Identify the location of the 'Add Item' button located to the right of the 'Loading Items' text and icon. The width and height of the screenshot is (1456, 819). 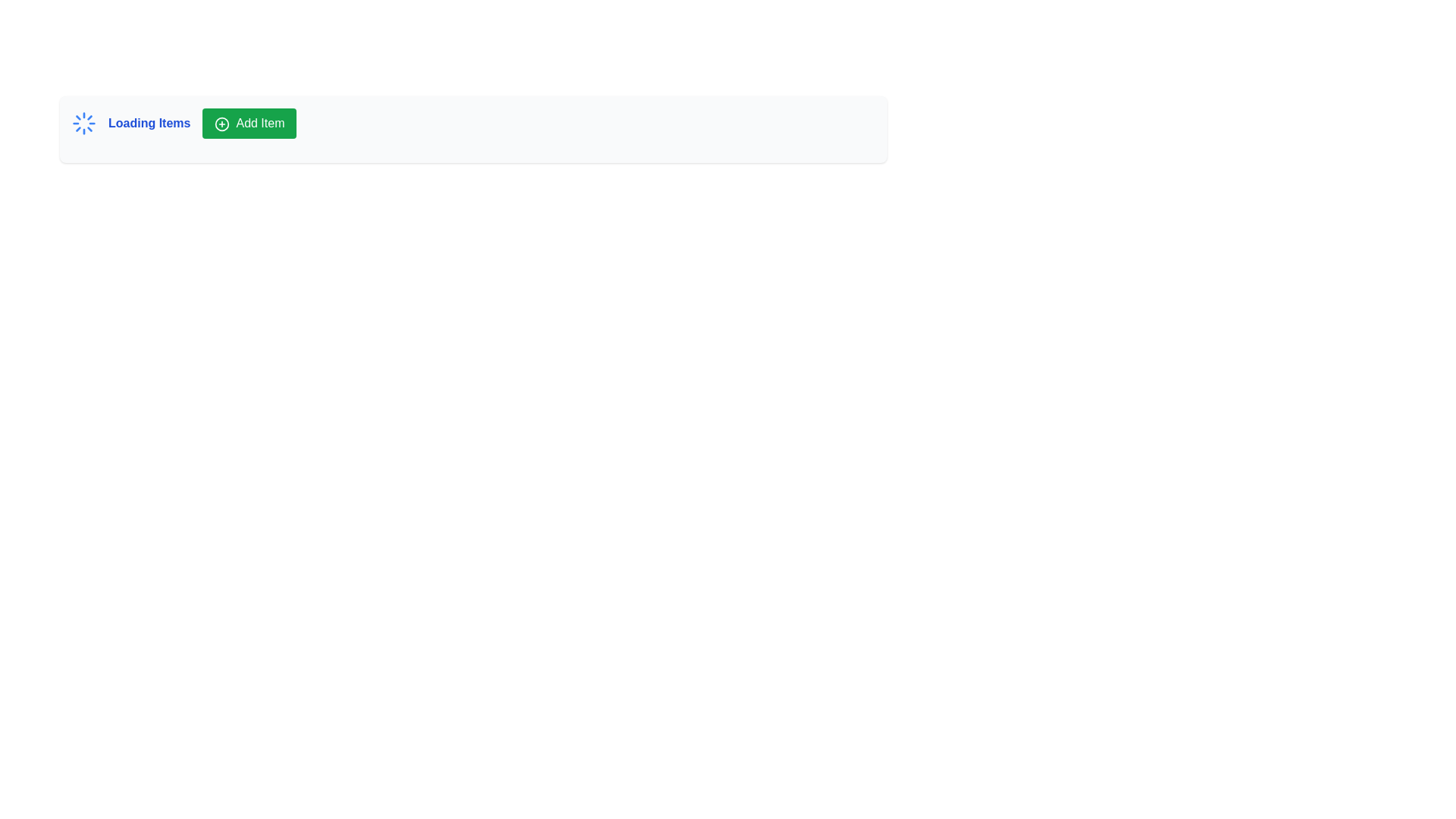
(249, 122).